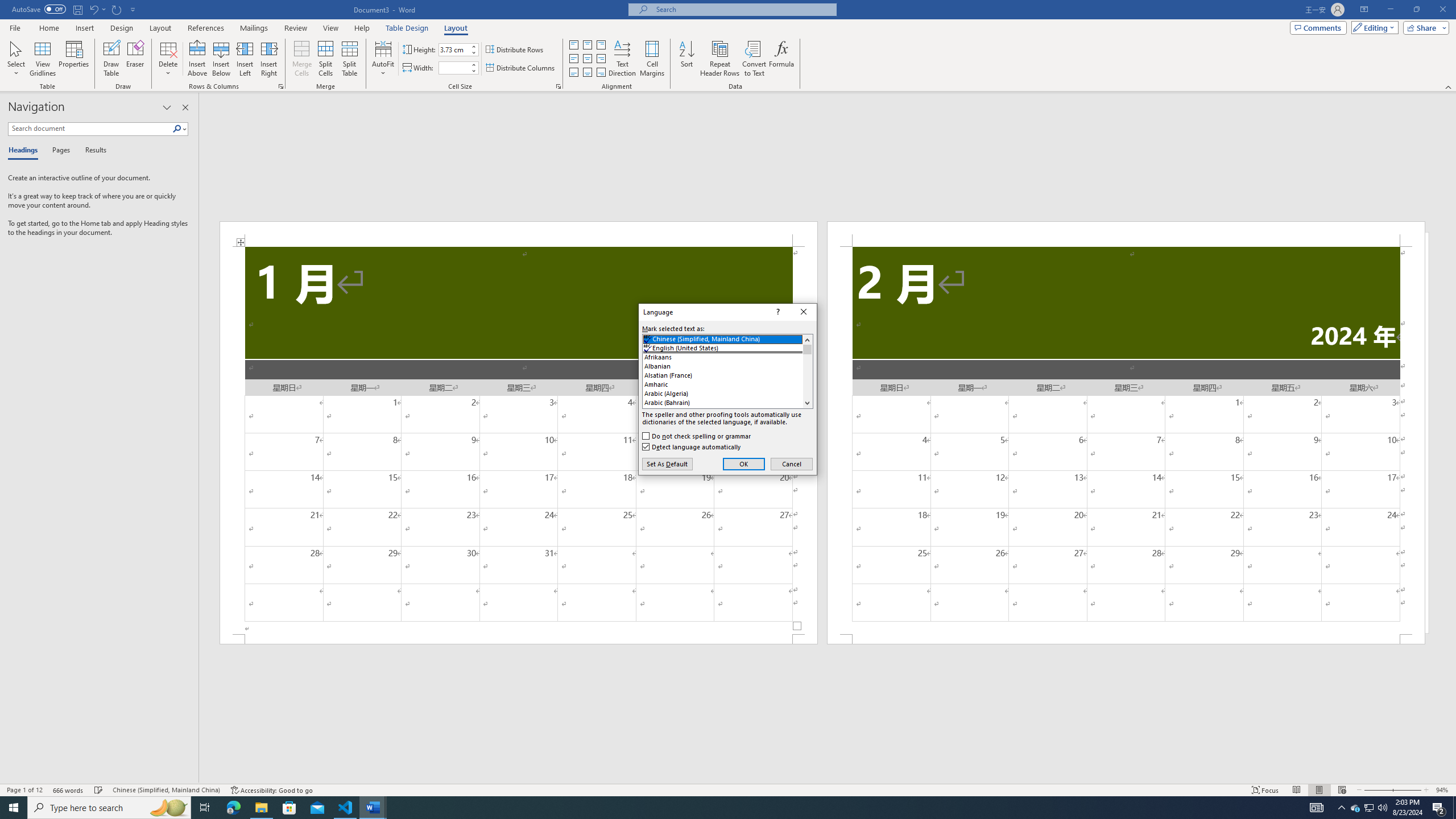  Describe the element at coordinates (586, 44) in the screenshot. I see `'Align Top Center'` at that location.